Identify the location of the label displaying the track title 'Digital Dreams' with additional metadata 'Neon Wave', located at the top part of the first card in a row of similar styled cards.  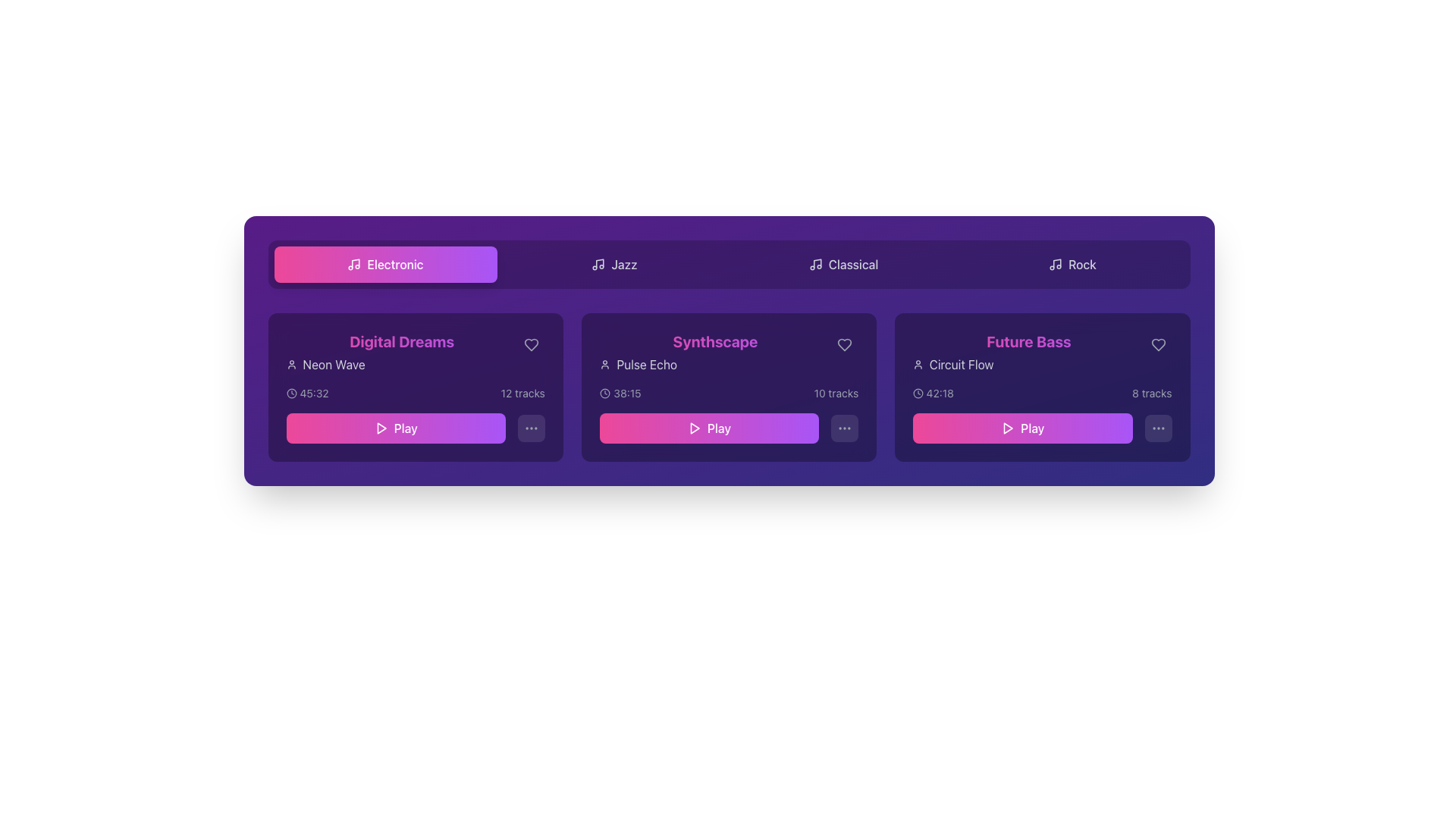
(416, 353).